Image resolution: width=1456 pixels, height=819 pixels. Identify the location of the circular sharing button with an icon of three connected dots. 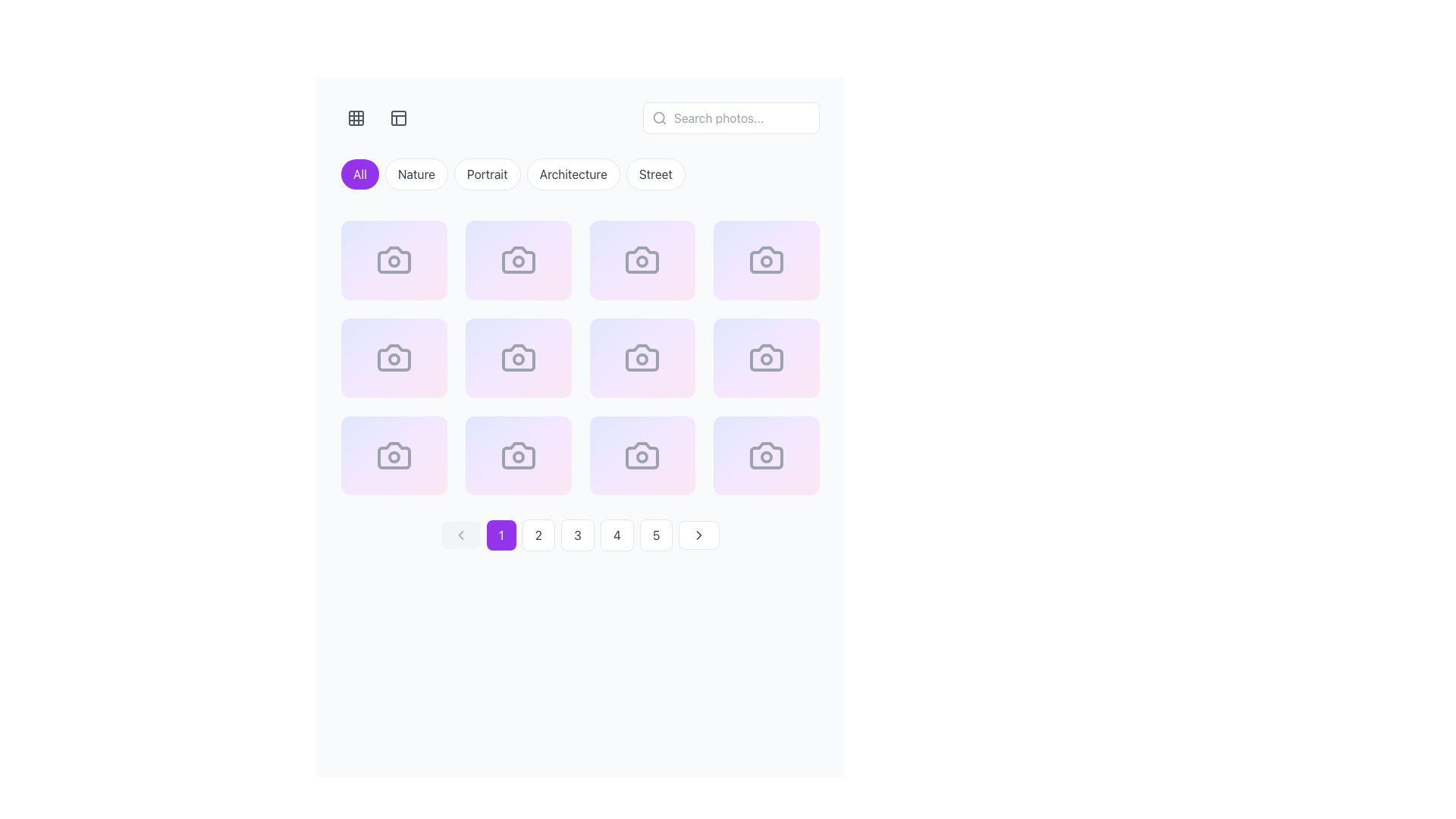
(525, 469).